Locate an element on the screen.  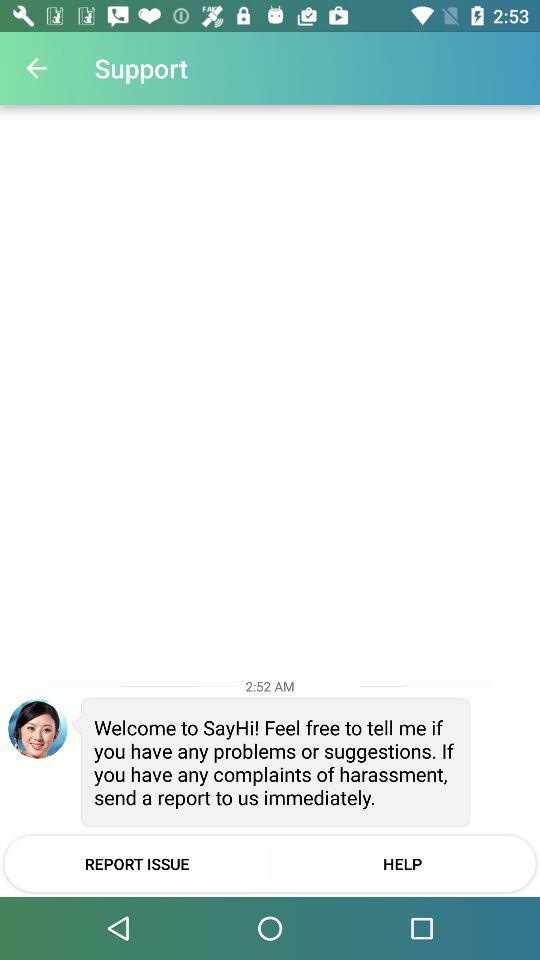
item below the welcome to sayhi is located at coordinates (136, 862).